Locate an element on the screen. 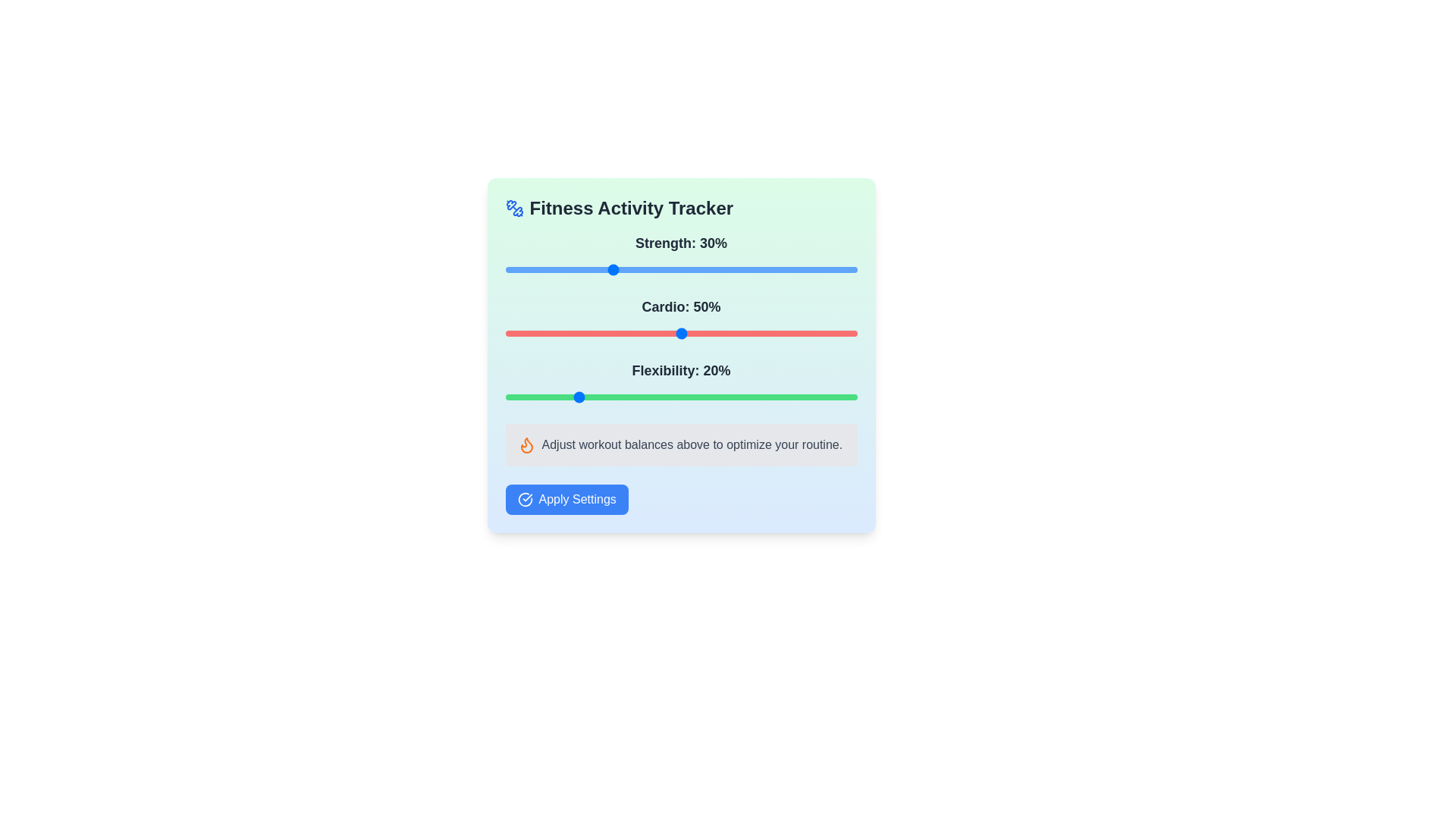 The height and width of the screenshot is (819, 1456). cardio level is located at coordinates (509, 332).